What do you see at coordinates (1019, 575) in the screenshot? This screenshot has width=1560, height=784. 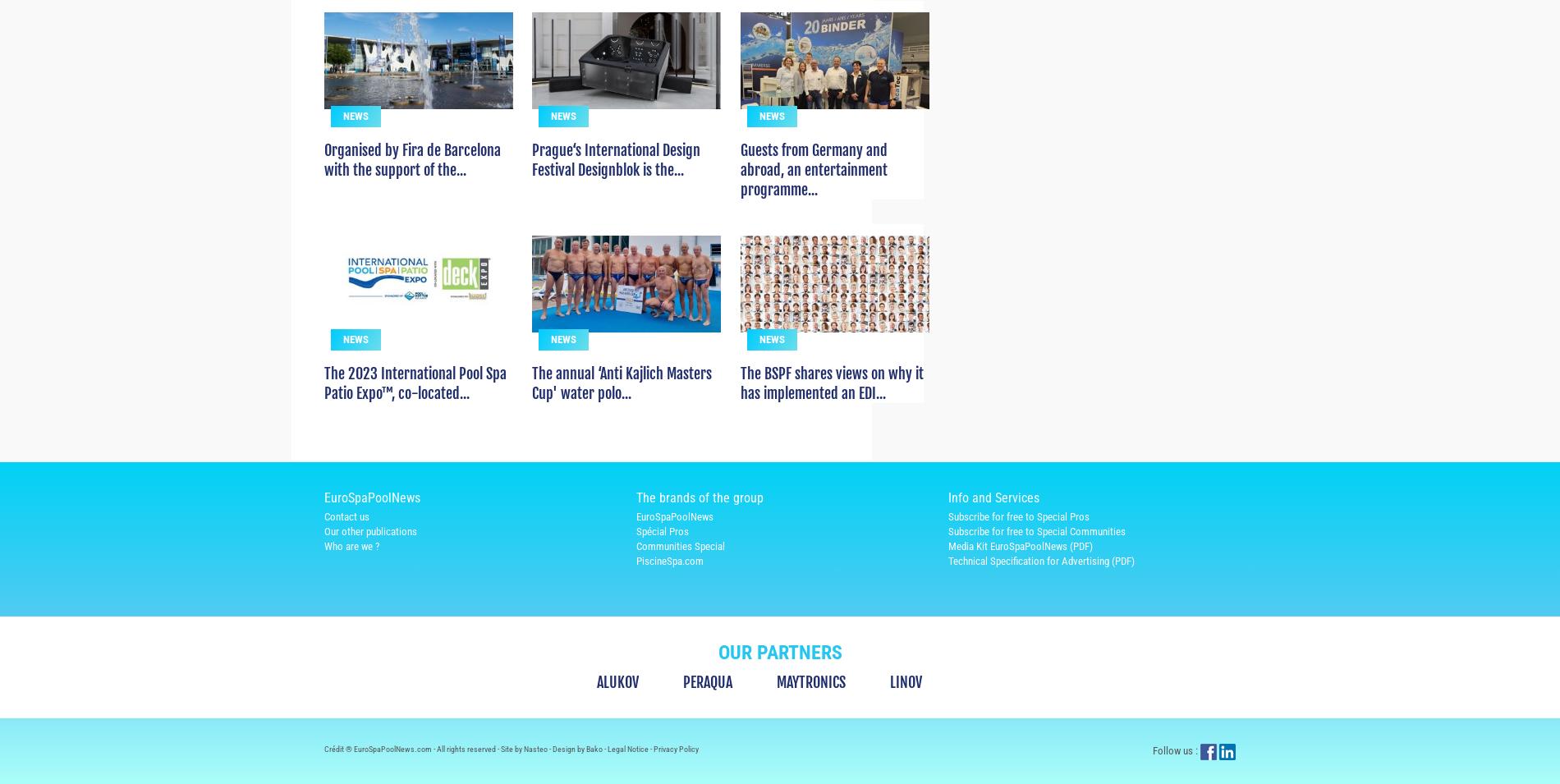 I see `'Media Kit EuroSpaPoolNews (PDF)'` at bounding box center [1019, 575].